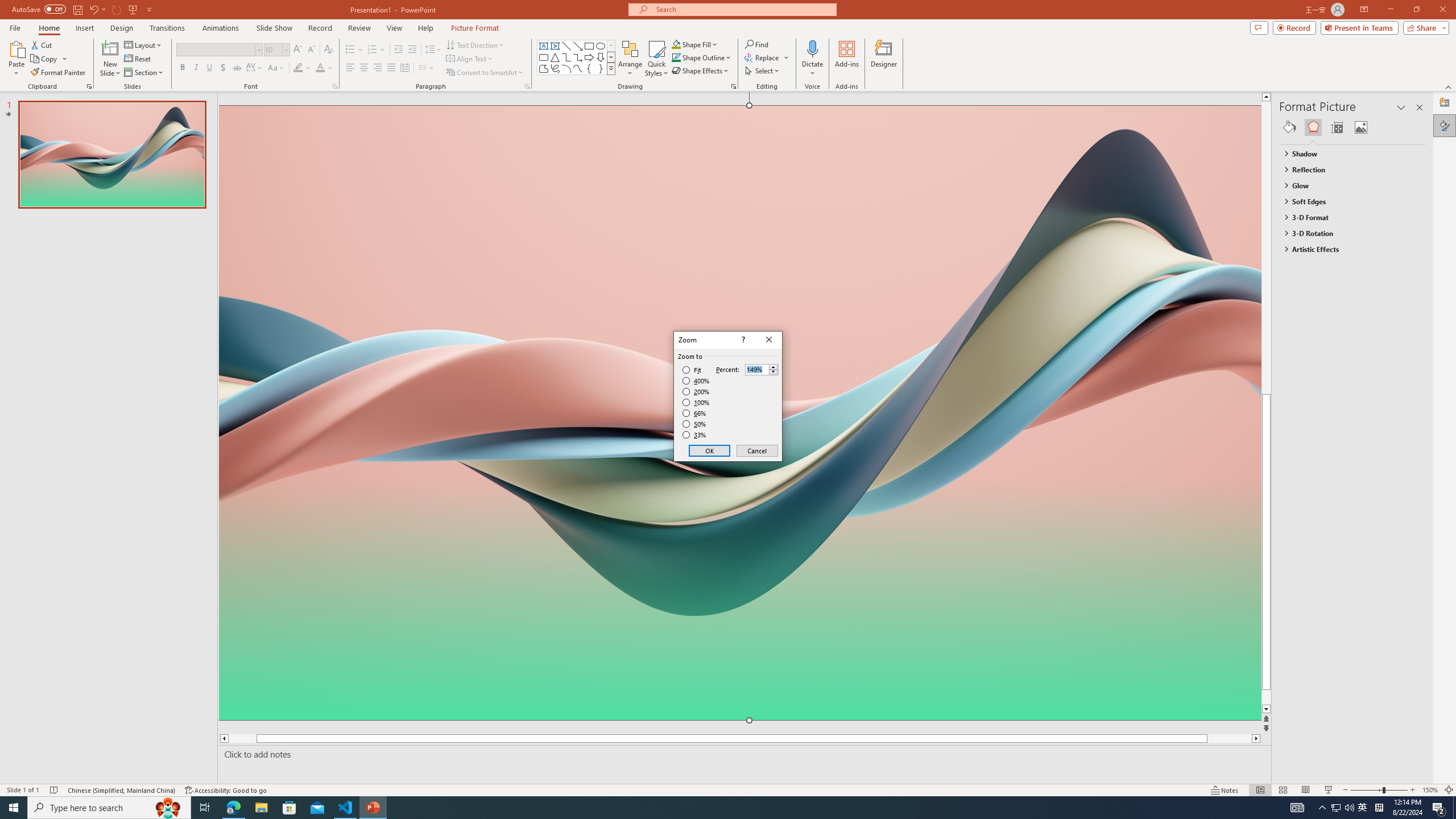 Image resolution: width=1456 pixels, height=819 pixels. I want to click on 'Show desktop', so click(1454, 806).